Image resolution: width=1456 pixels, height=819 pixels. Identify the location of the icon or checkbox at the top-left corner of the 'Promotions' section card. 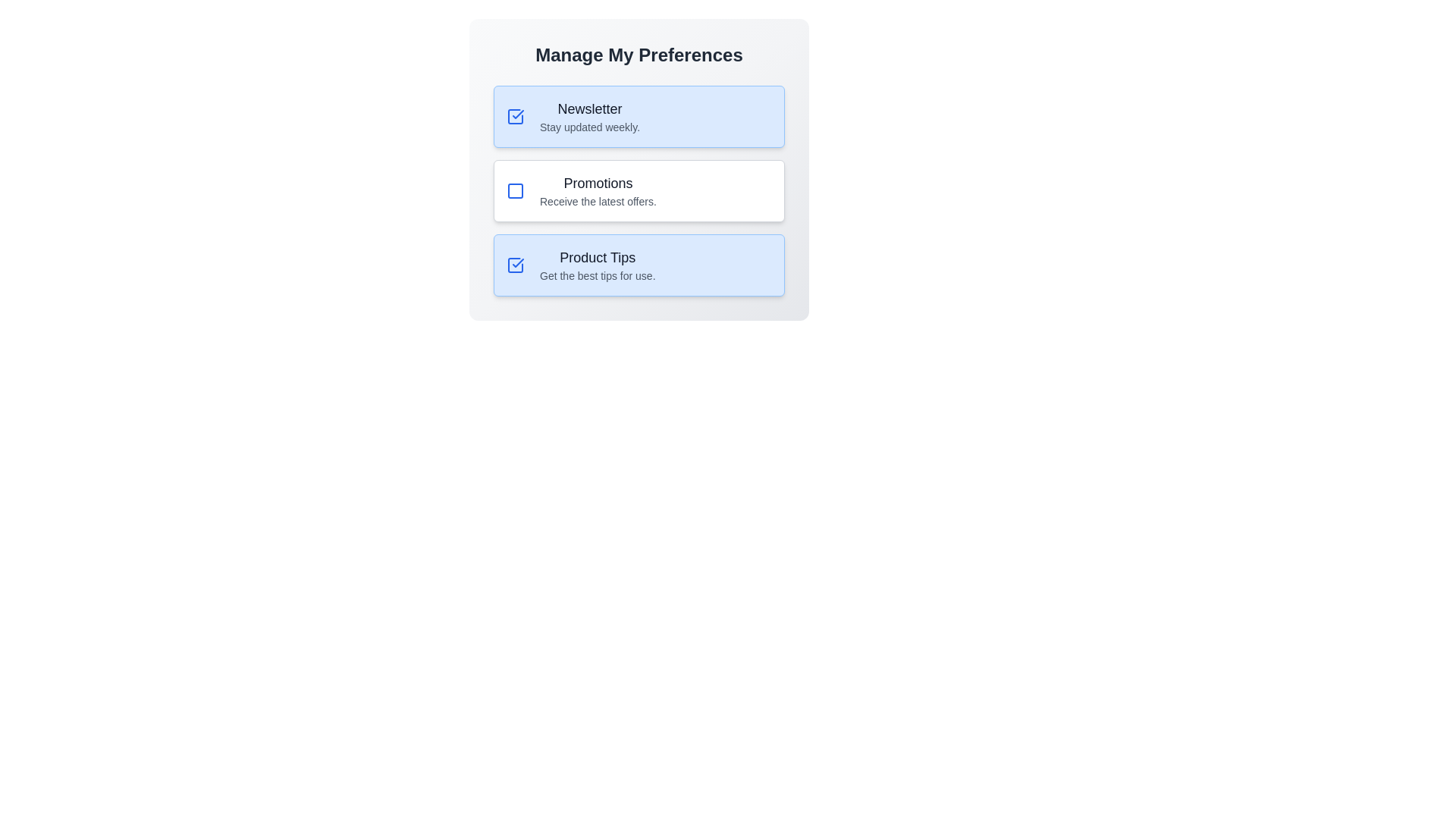
(516, 190).